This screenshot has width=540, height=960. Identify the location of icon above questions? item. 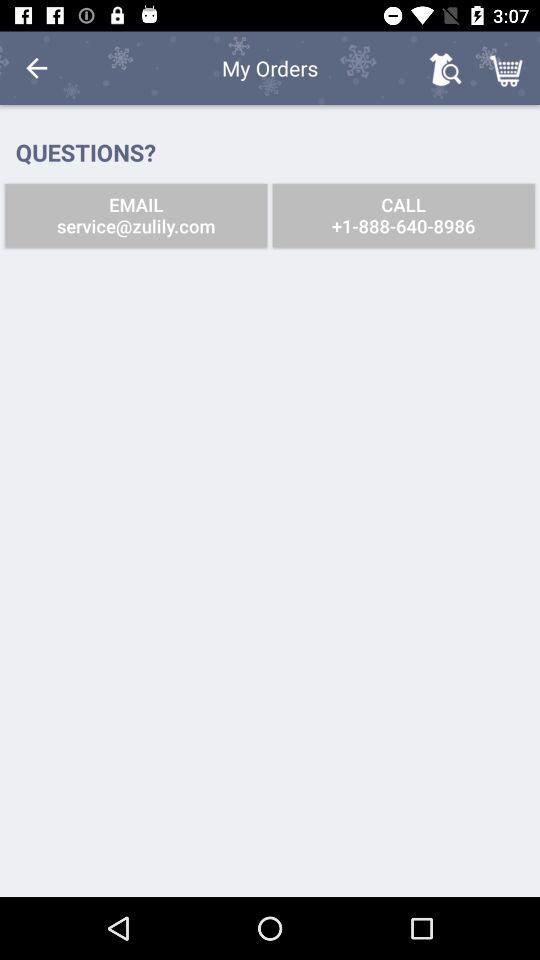
(36, 68).